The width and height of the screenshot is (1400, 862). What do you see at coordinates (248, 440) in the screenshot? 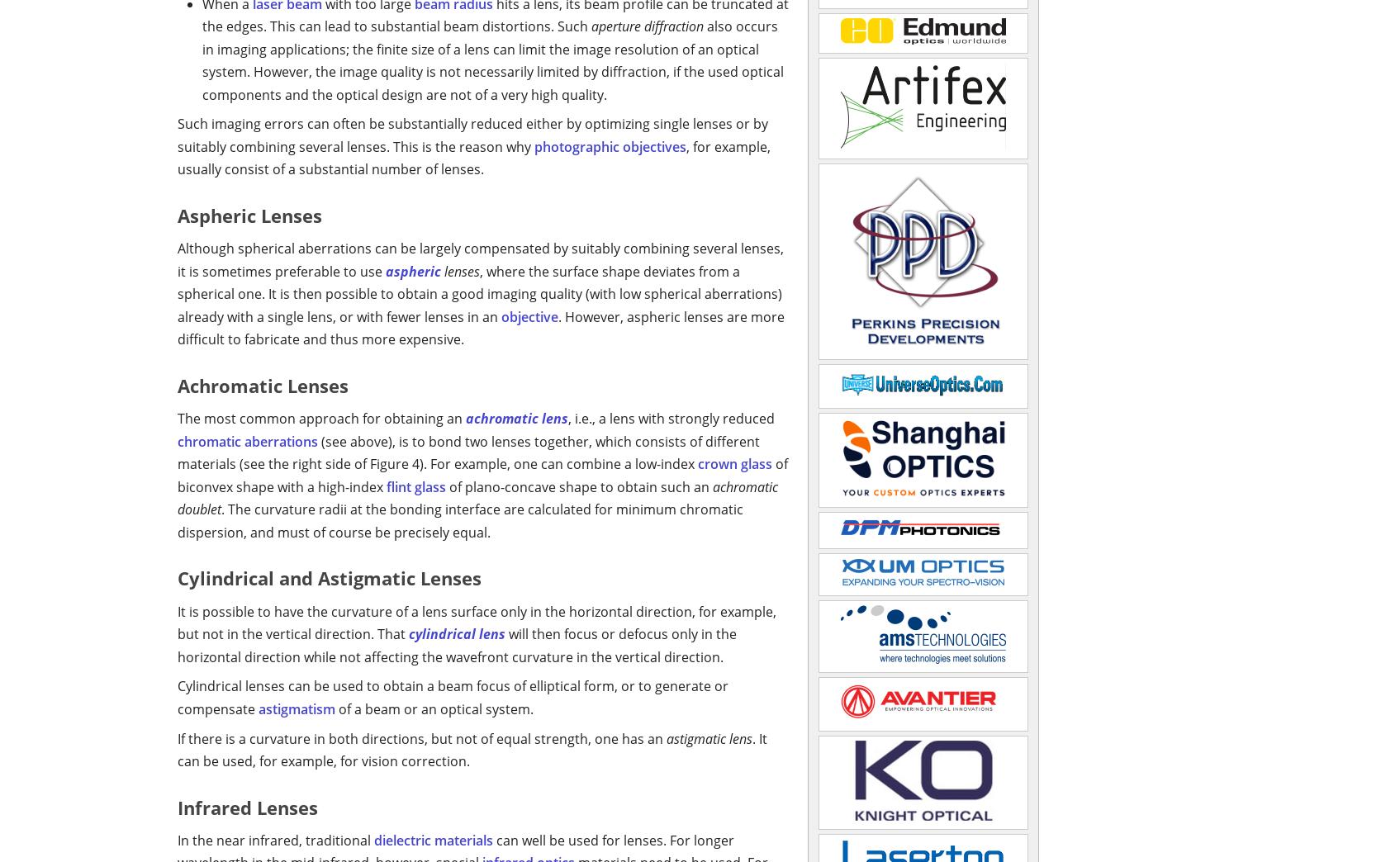
I see `'chromatic aberrations'` at bounding box center [248, 440].